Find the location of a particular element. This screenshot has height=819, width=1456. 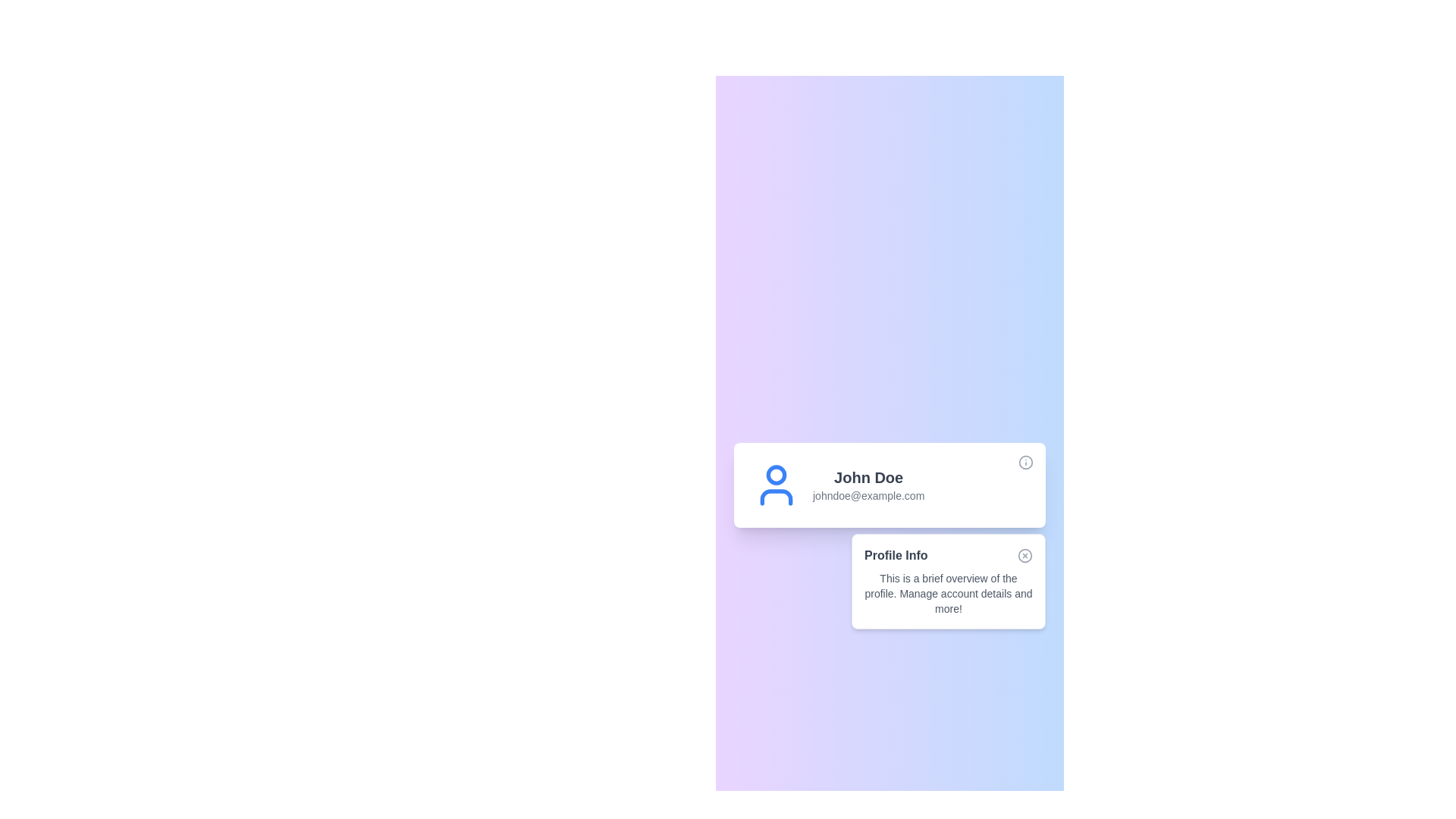

the information icon button located in the top-right corner of the user details card is located at coordinates (1026, 461).